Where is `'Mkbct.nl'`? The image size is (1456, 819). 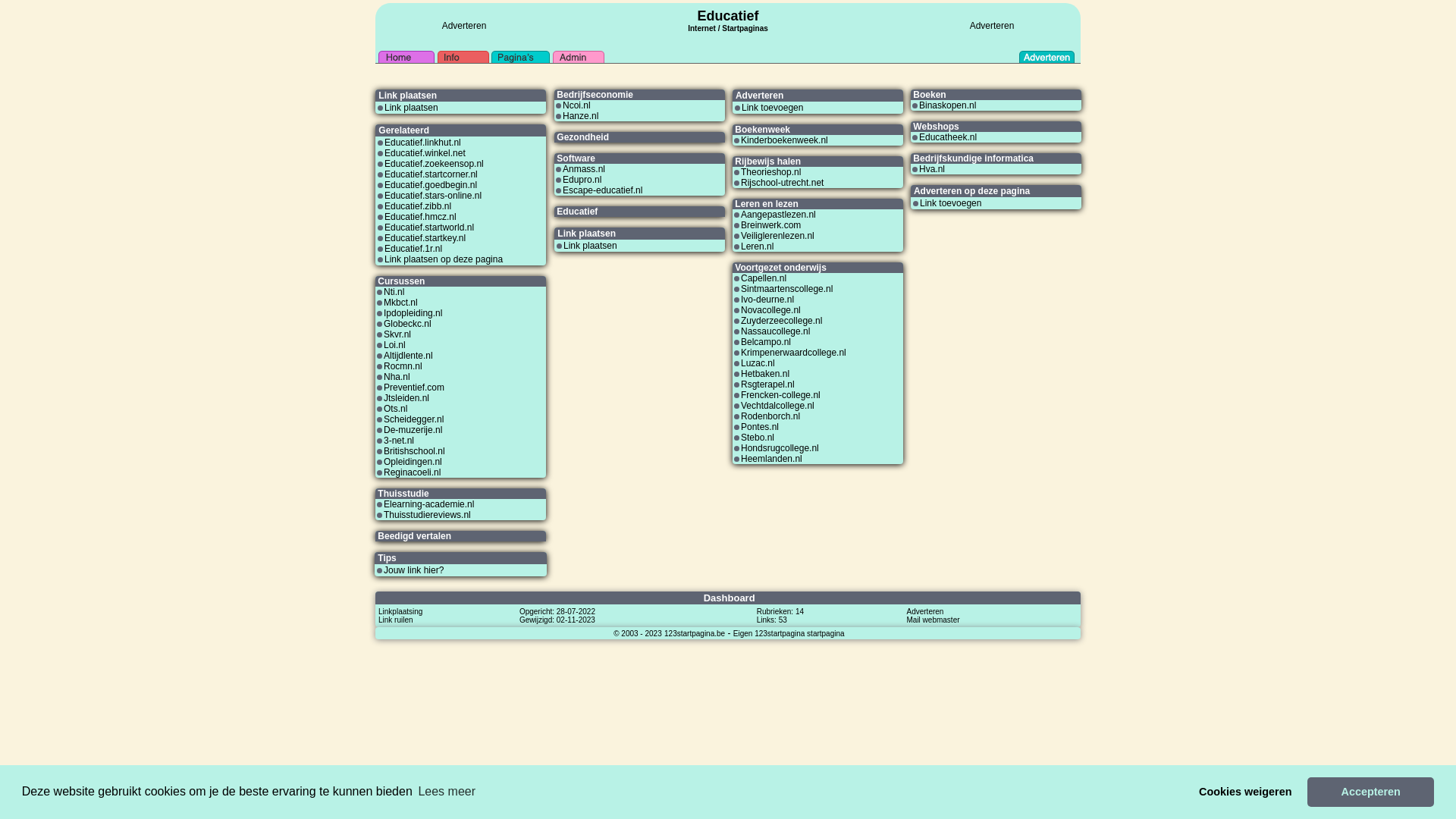
'Mkbct.nl' is located at coordinates (400, 302).